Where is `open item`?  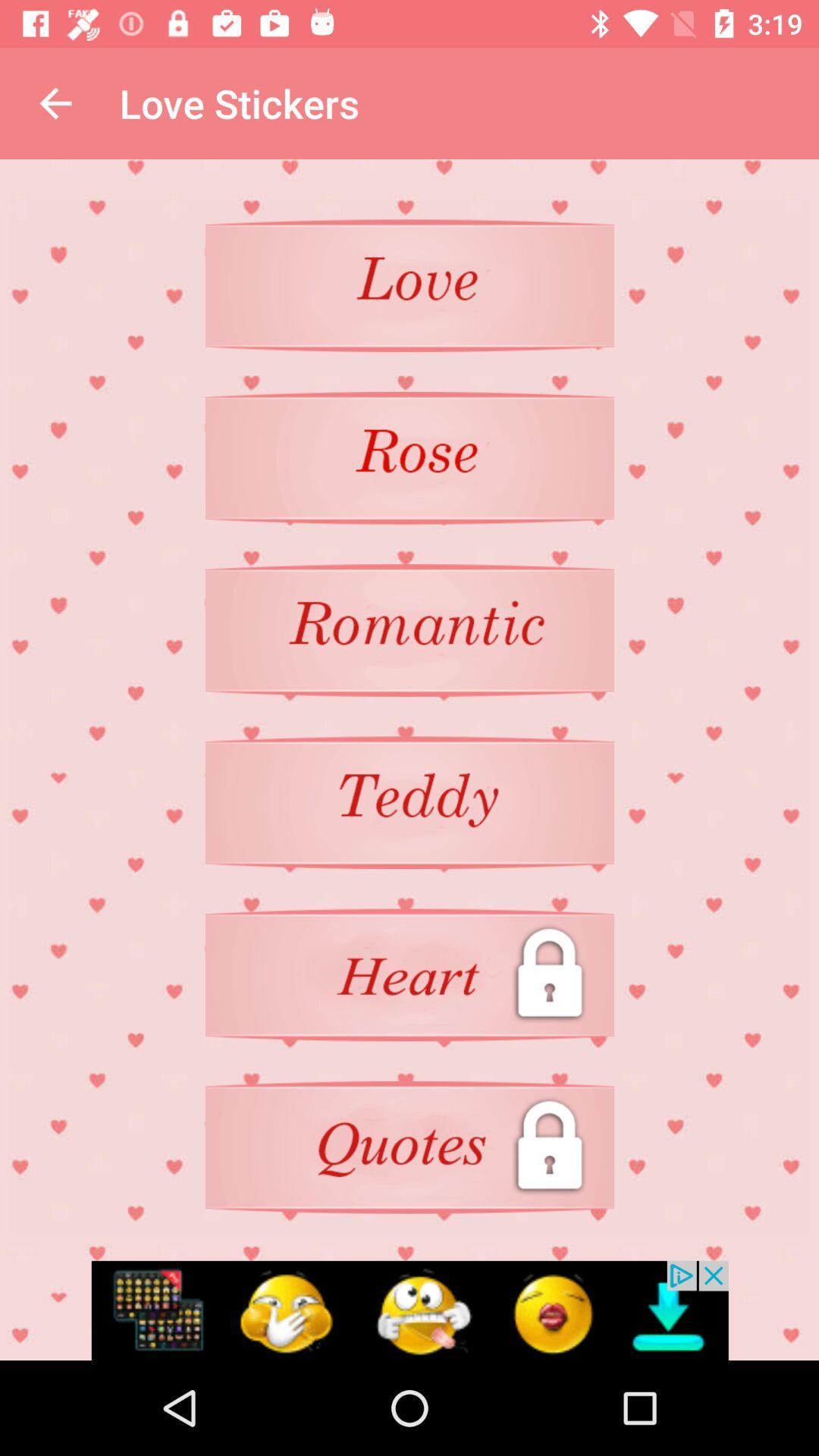
open item is located at coordinates (409, 1147).